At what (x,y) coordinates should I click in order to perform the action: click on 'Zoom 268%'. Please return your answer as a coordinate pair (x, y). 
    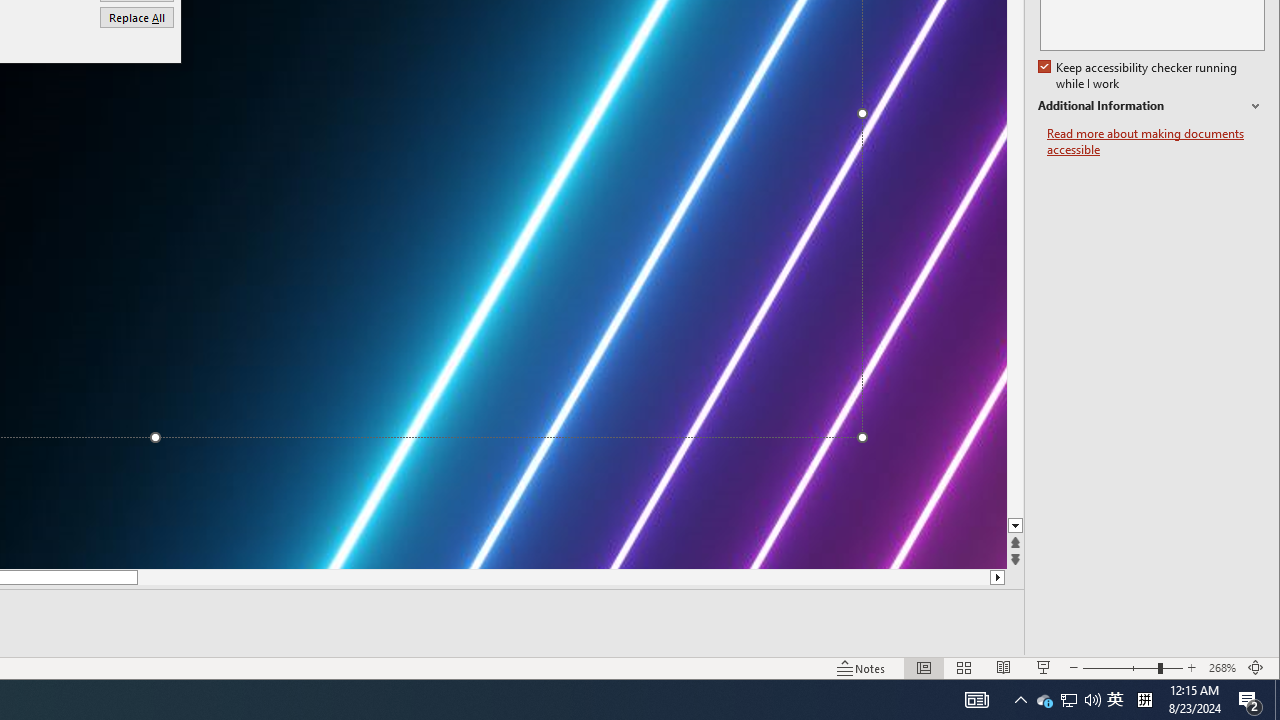
    Looking at the image, I should click on (1221, 668).